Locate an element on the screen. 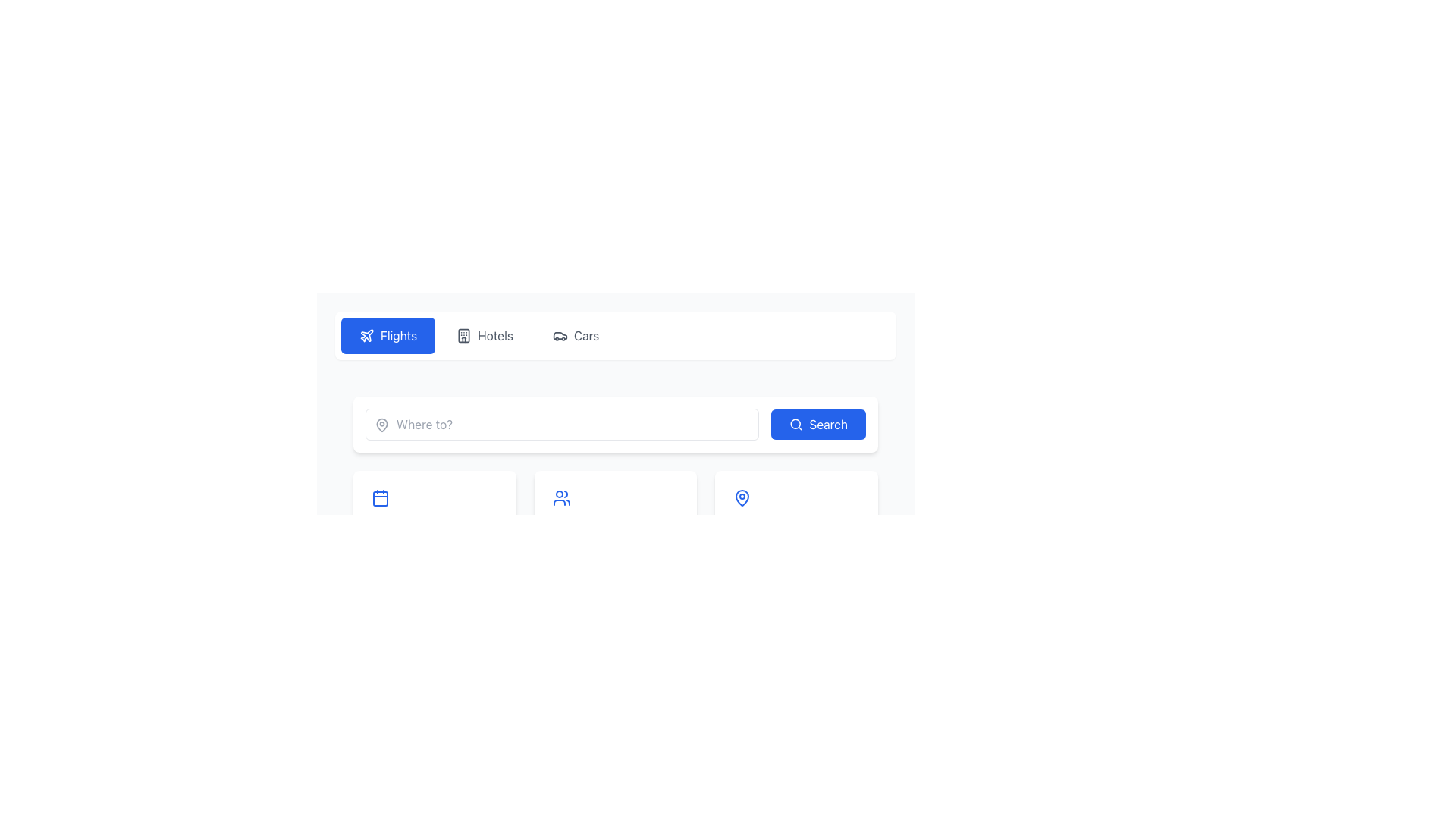 The image size is (1456, 819). the 'Cars' tab in the horizontal menu located at the top-center of the section is located at coordinates (615, 335).